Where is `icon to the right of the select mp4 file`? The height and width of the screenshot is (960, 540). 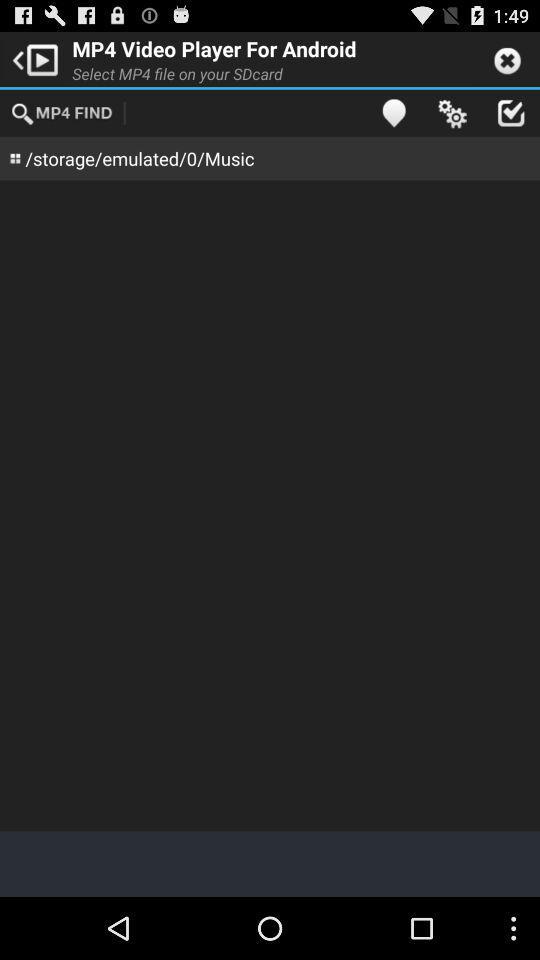 icon to the right of the select mp4 file is located at coordinates (393, 112).